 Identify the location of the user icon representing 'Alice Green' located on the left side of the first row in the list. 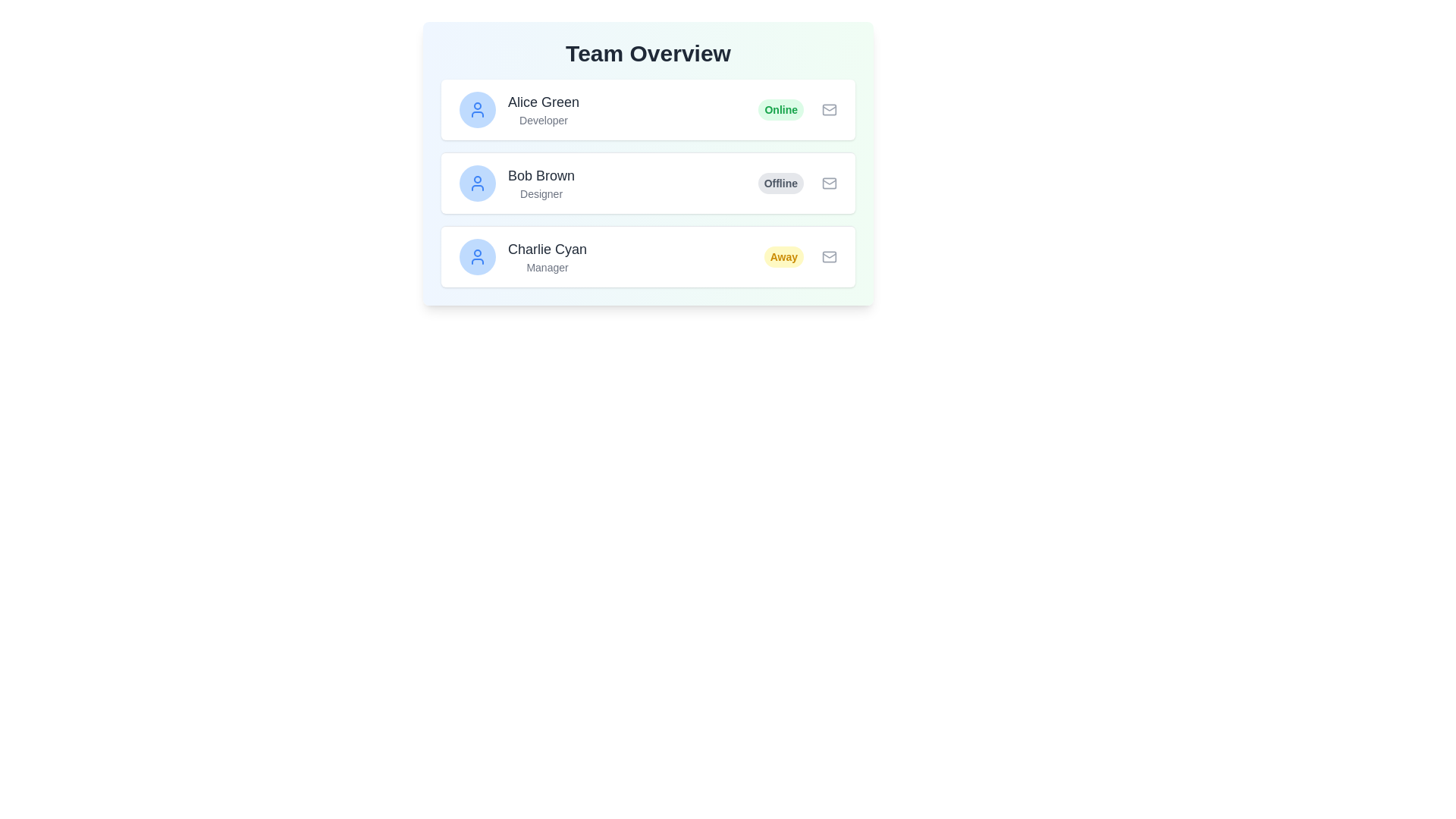
(476, 109).